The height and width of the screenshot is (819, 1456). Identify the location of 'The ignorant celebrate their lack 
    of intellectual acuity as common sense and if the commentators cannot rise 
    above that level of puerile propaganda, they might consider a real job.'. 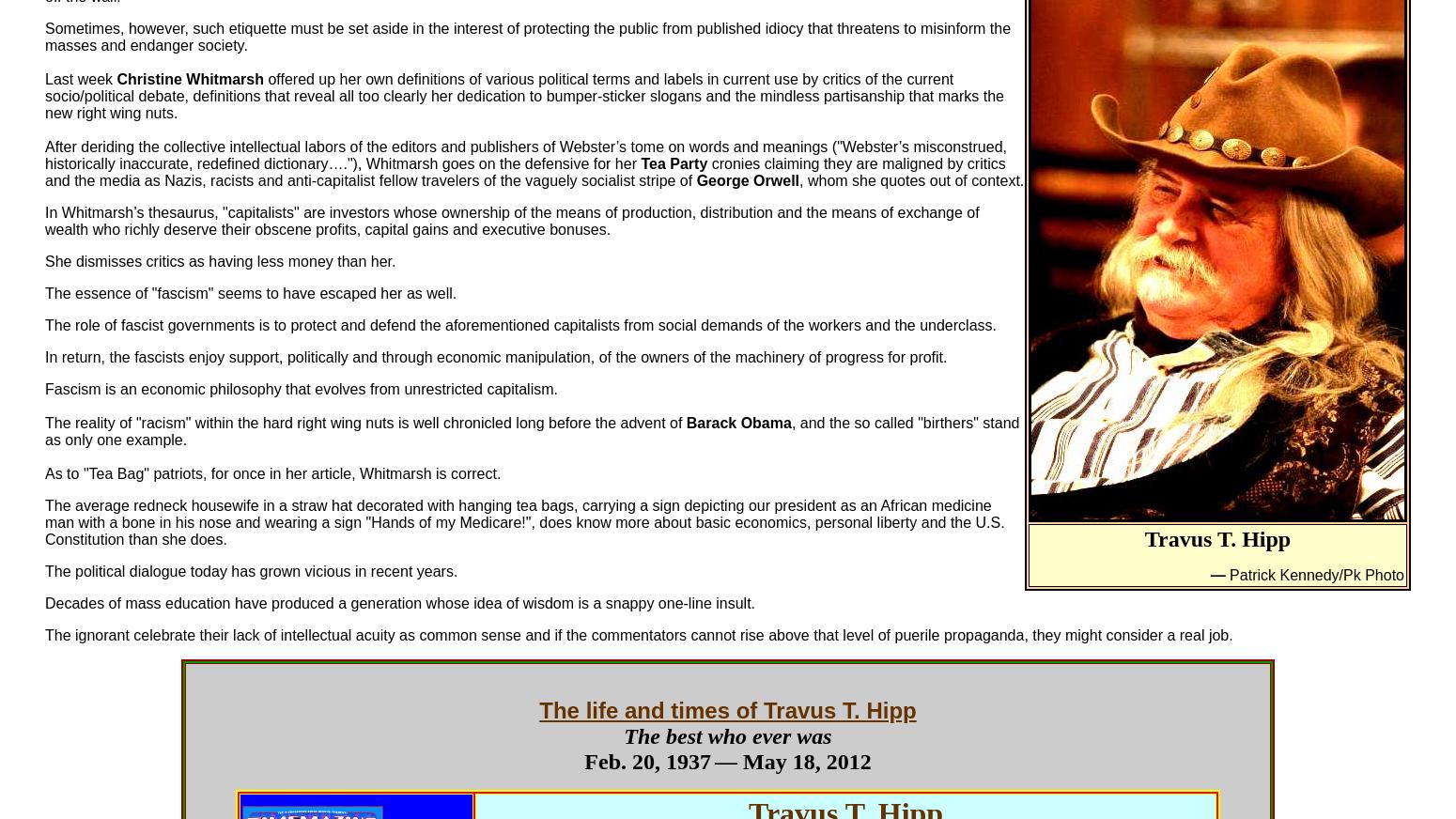
(637, 634).